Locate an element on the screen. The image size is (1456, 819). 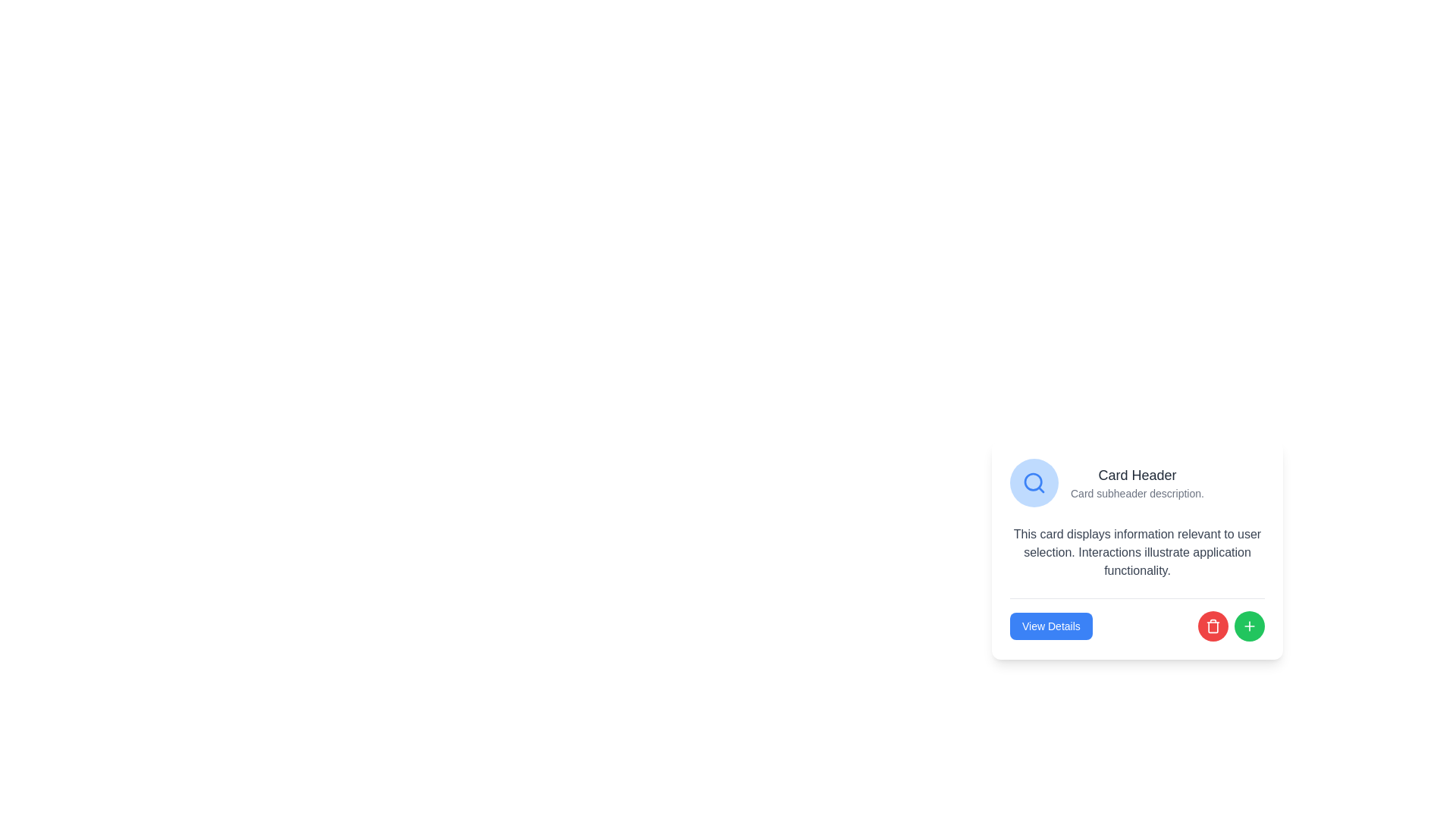
the magnifying glass icon representing the search function, which is styled prominently in a rounded light blue circle within a card interface is located at coordinates (1033, 482).